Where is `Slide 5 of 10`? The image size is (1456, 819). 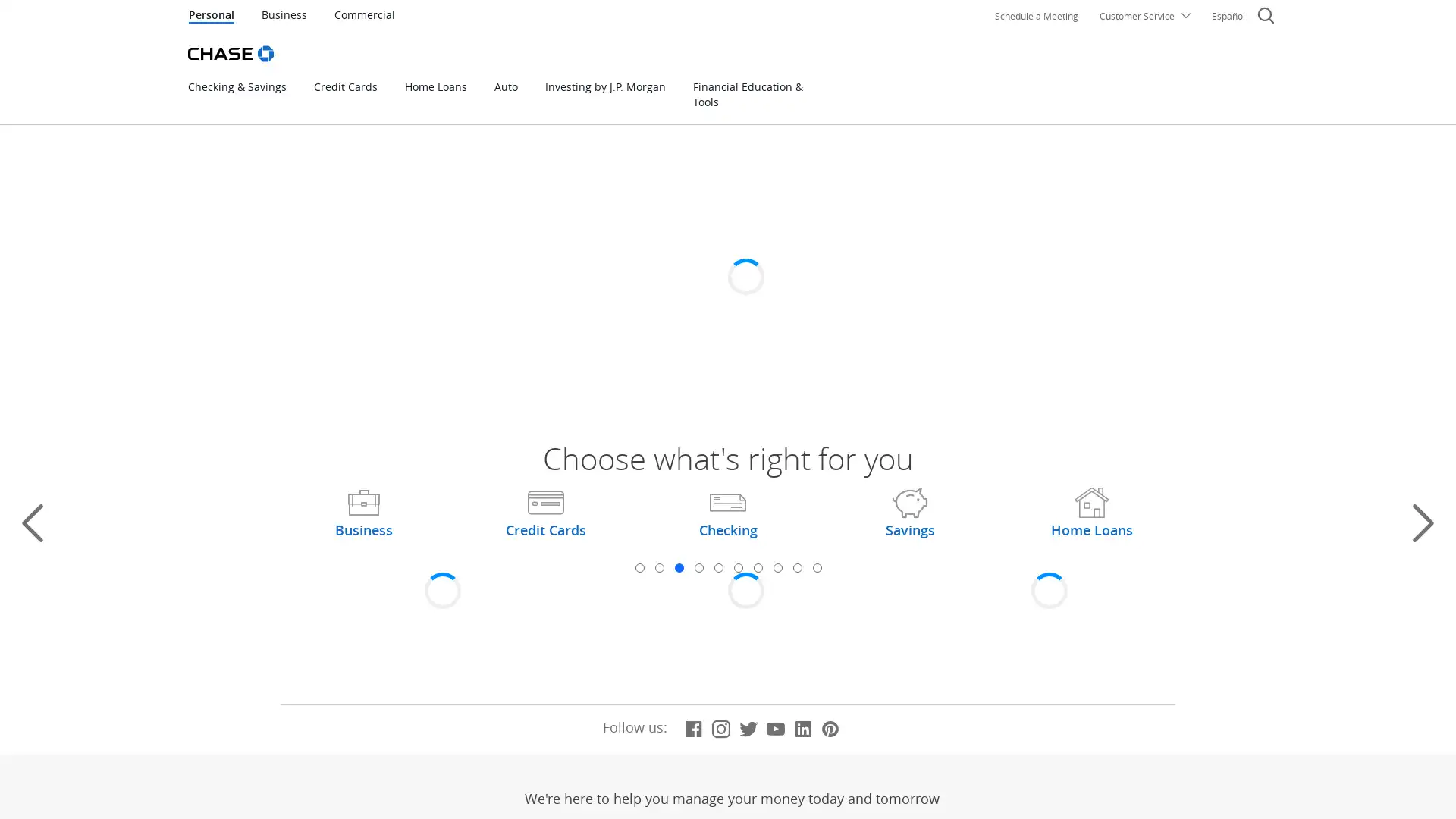 Slide 5 of 10 is located at coordinates (717, 567).